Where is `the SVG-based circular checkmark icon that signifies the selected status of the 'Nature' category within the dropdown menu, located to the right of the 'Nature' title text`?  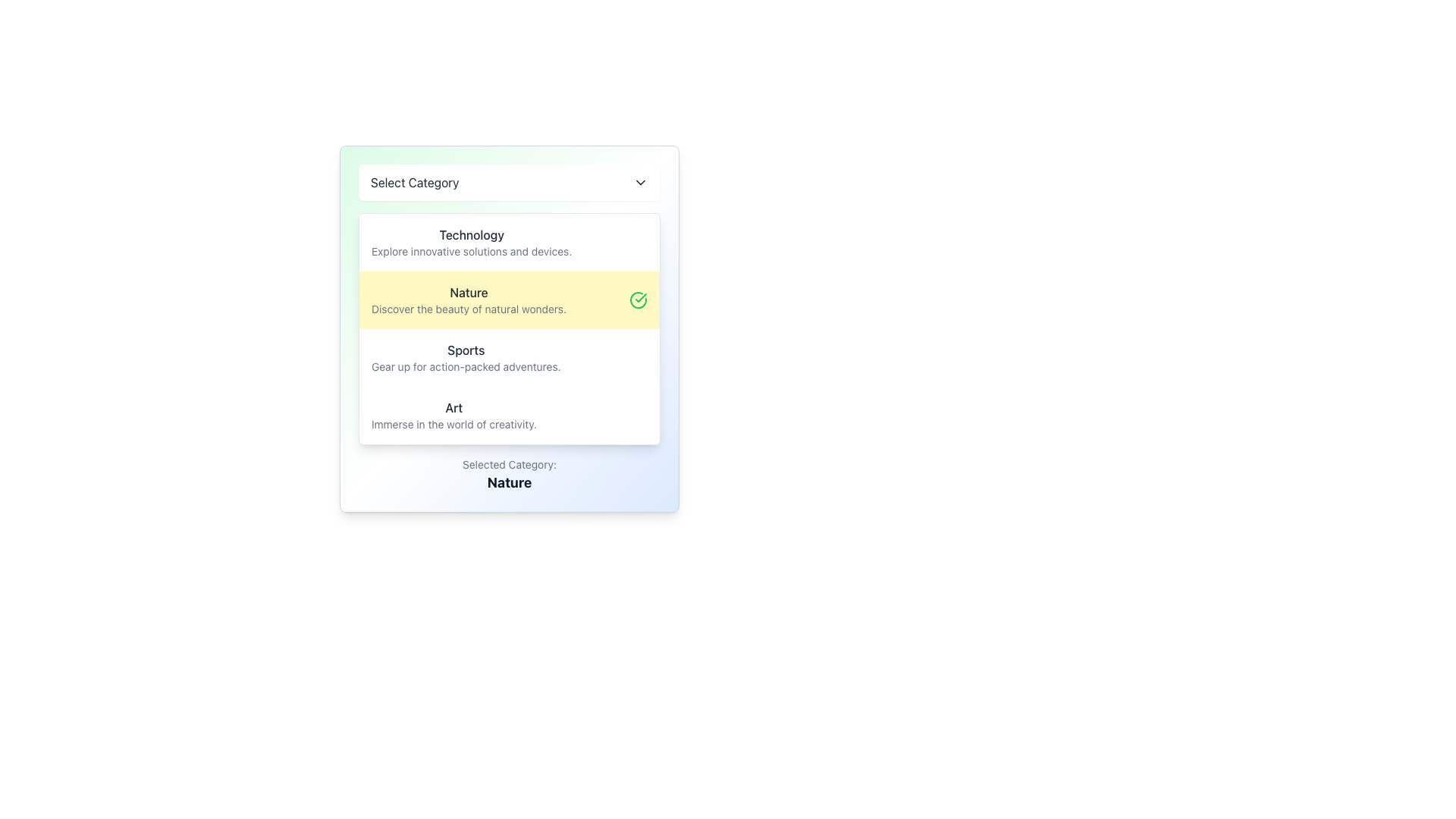 the SVG-based circular checkmark icon that signifies the selected status of the 'Nature' category within the dropdown menu, located to the right of the 'Nature' title text is located at coordinates (638, 300).